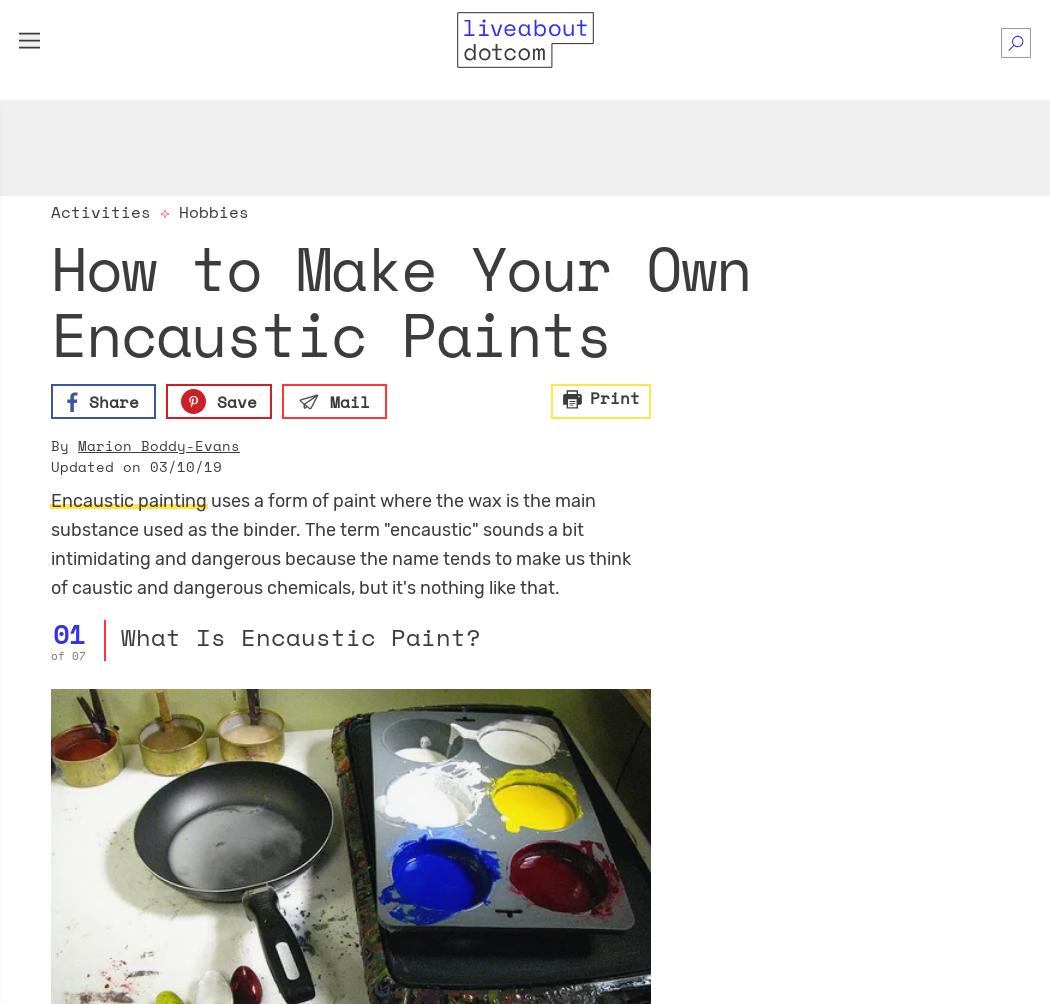 The image size is (1050, 1004). I want to click on 'Activities', so click(101, 211).